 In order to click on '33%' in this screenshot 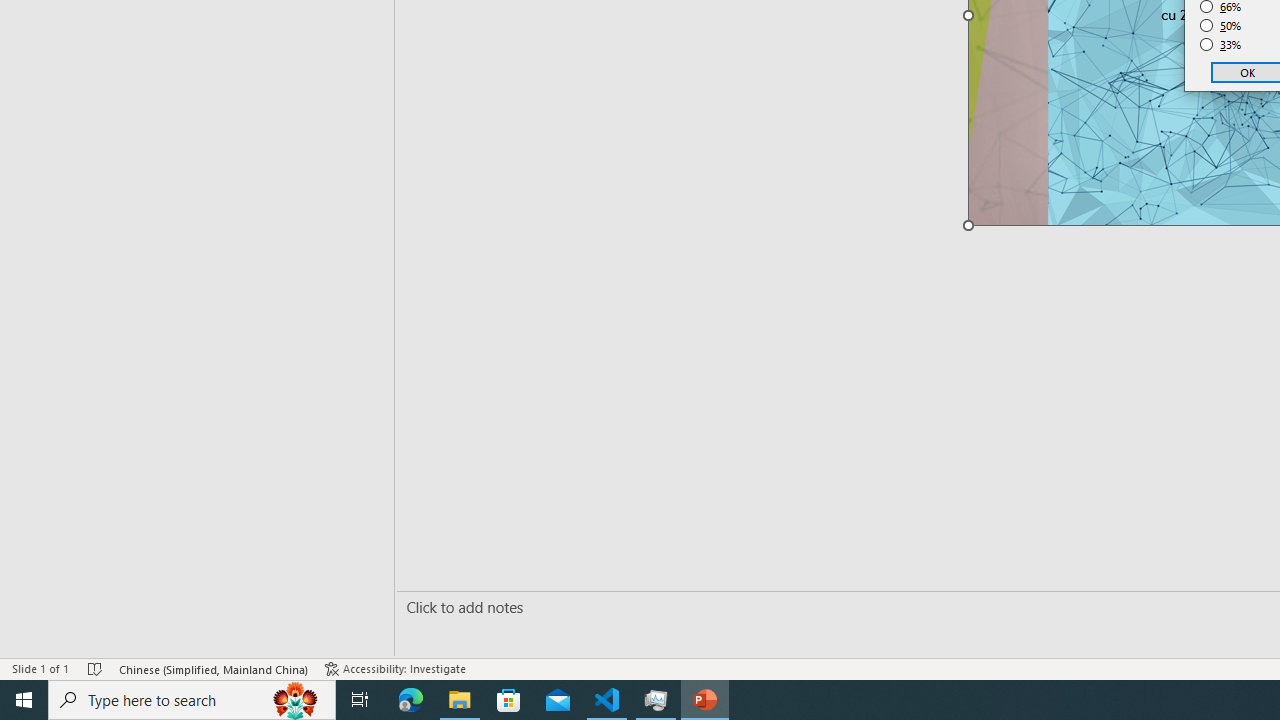, I will do `click(1220, 45)`.